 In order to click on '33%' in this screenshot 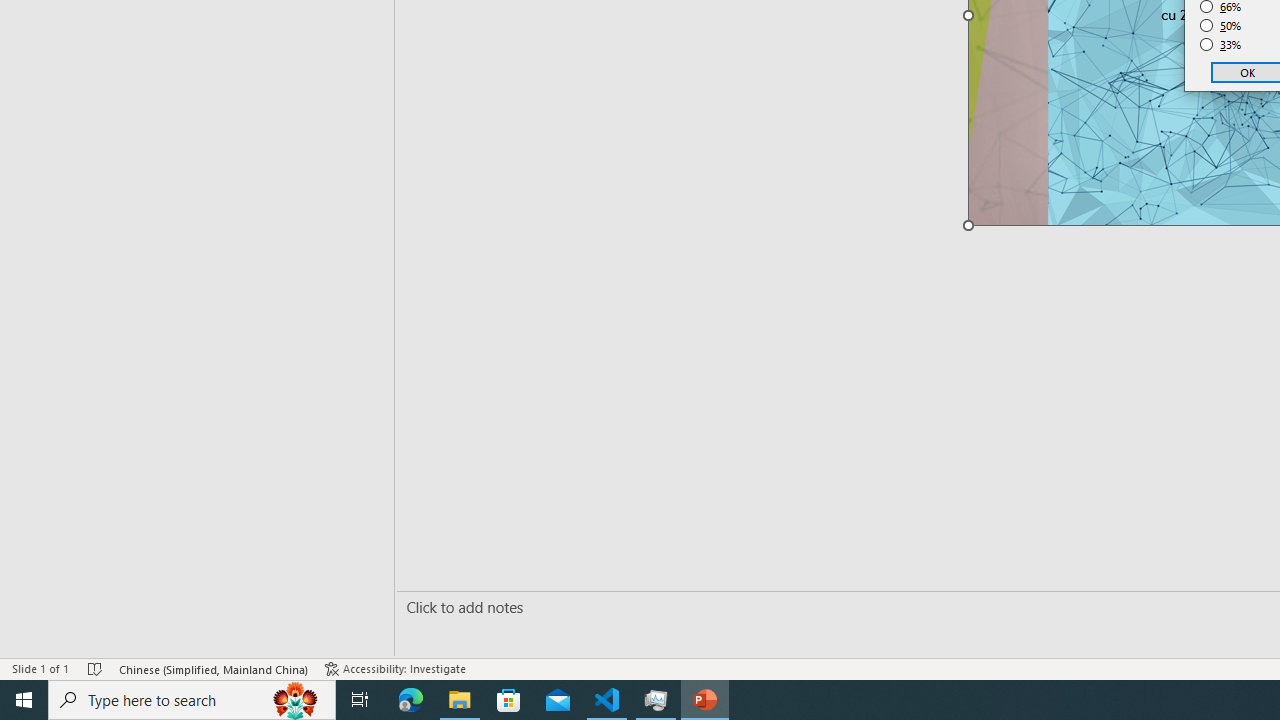, I will do `click(1220, 45)`.